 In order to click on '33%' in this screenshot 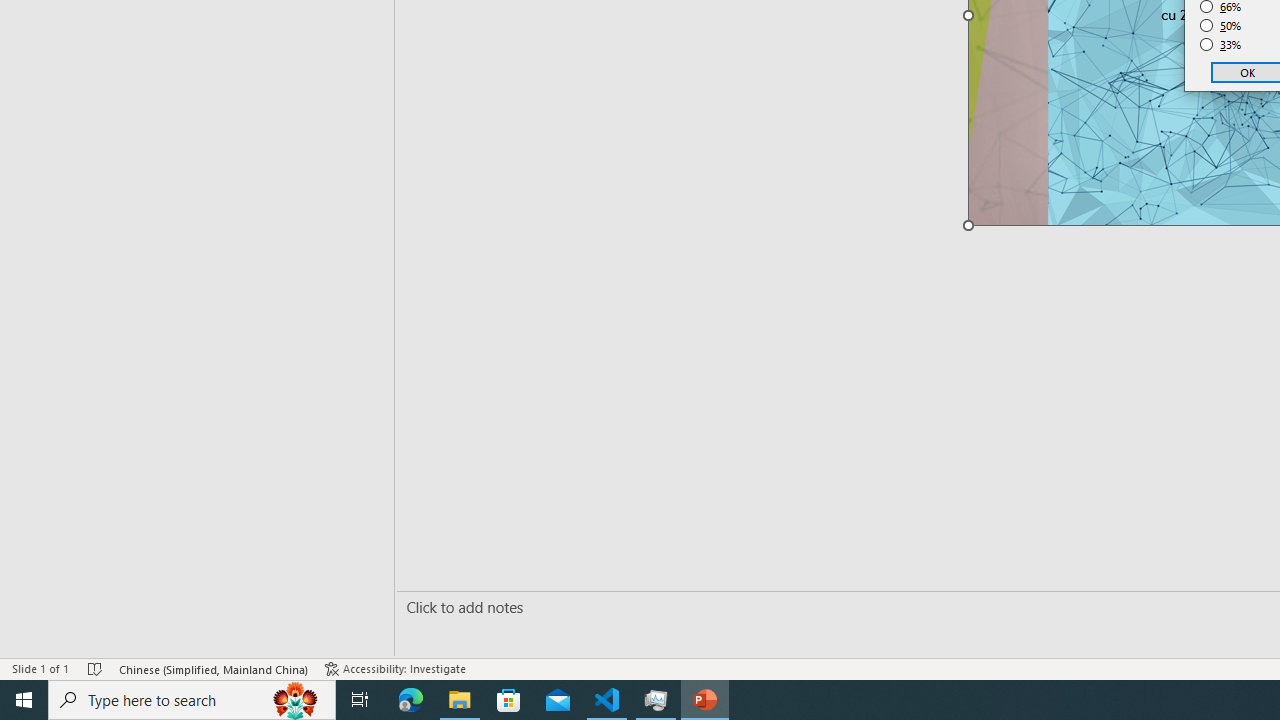, I will do `click(1220, 45)`.